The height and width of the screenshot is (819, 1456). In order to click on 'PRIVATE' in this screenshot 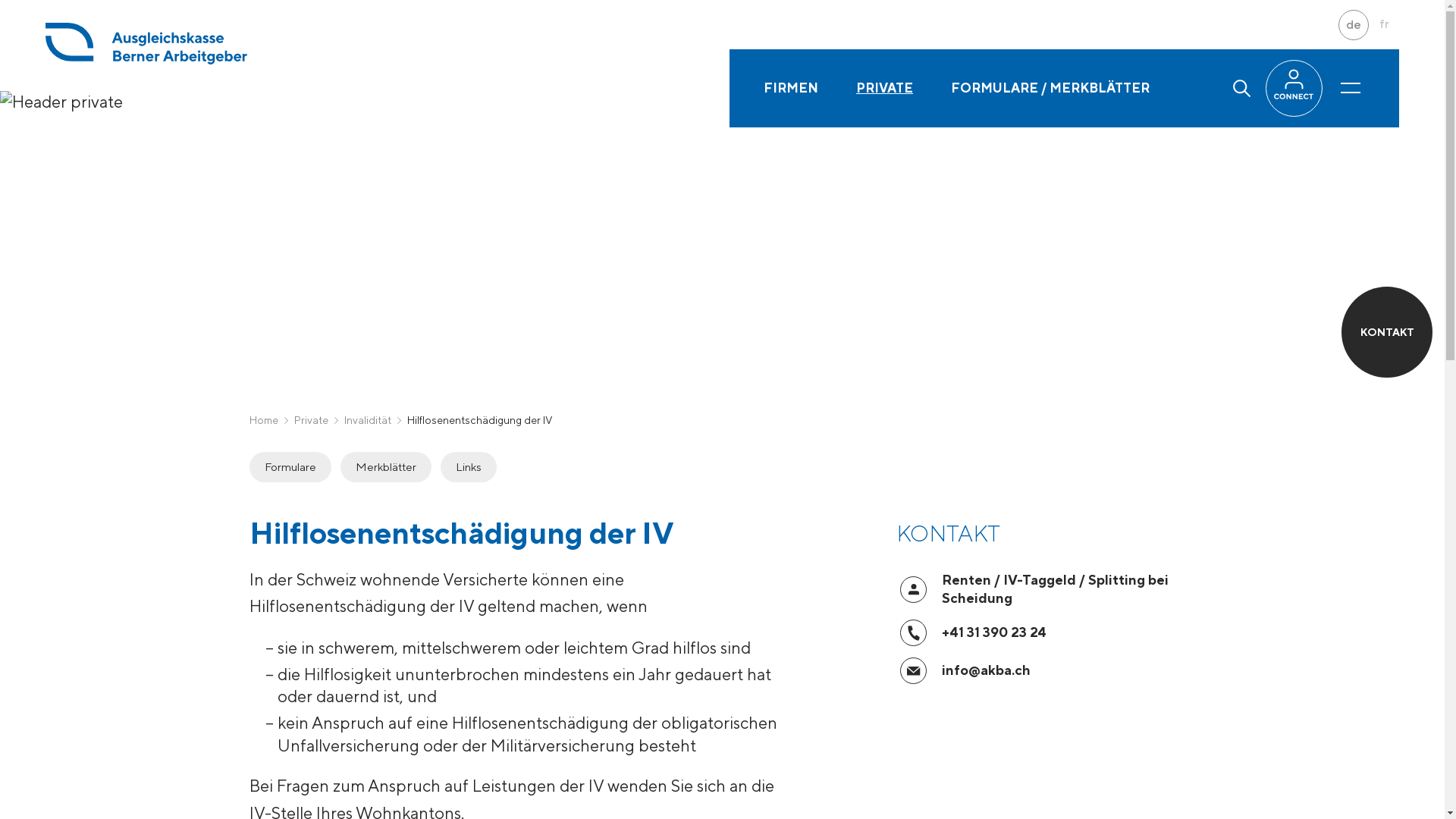, I will do `click(836, 88)`.